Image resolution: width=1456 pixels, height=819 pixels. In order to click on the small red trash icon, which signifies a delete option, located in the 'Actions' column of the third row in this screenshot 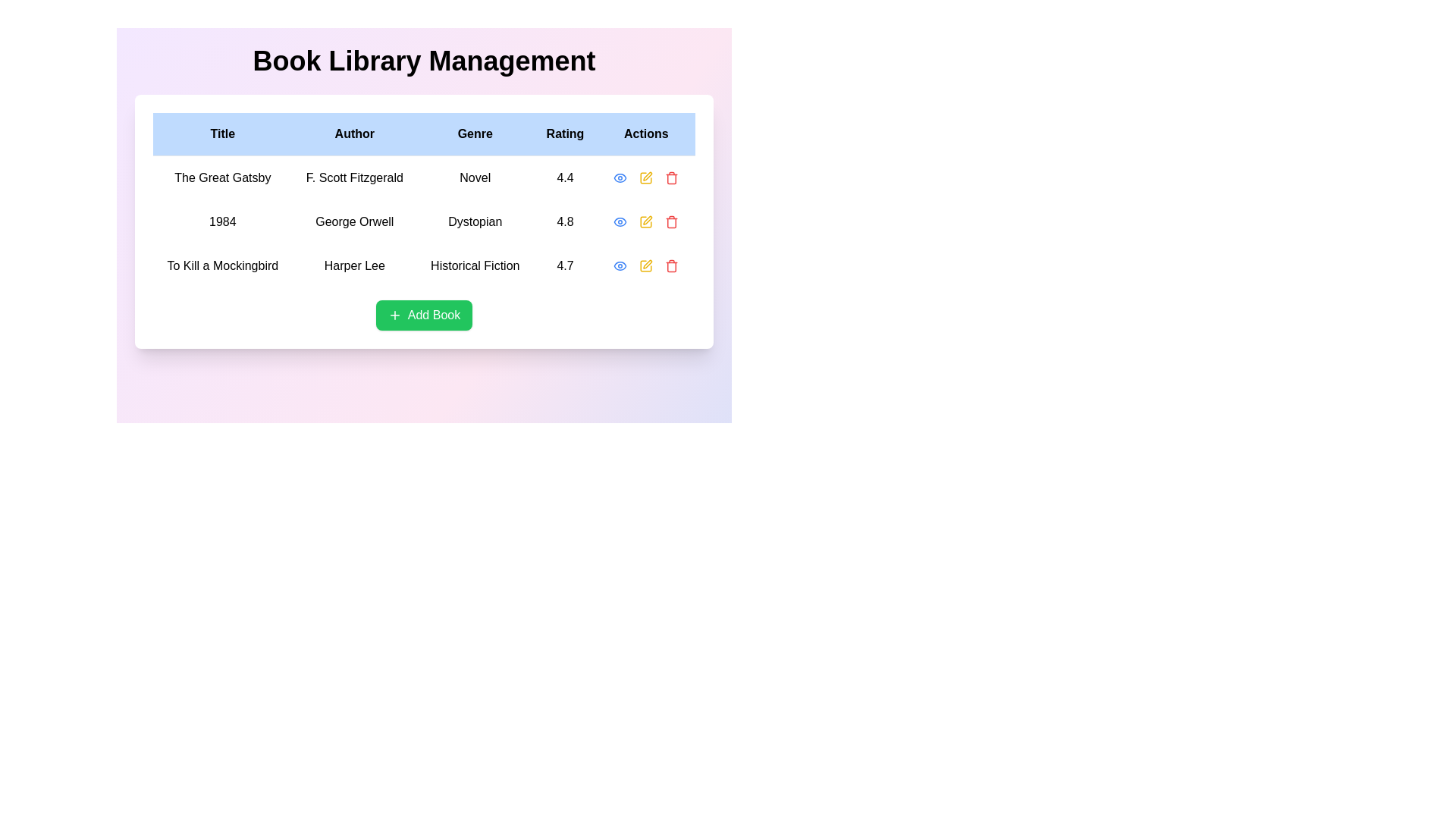, I will do `click(671, 265)`.